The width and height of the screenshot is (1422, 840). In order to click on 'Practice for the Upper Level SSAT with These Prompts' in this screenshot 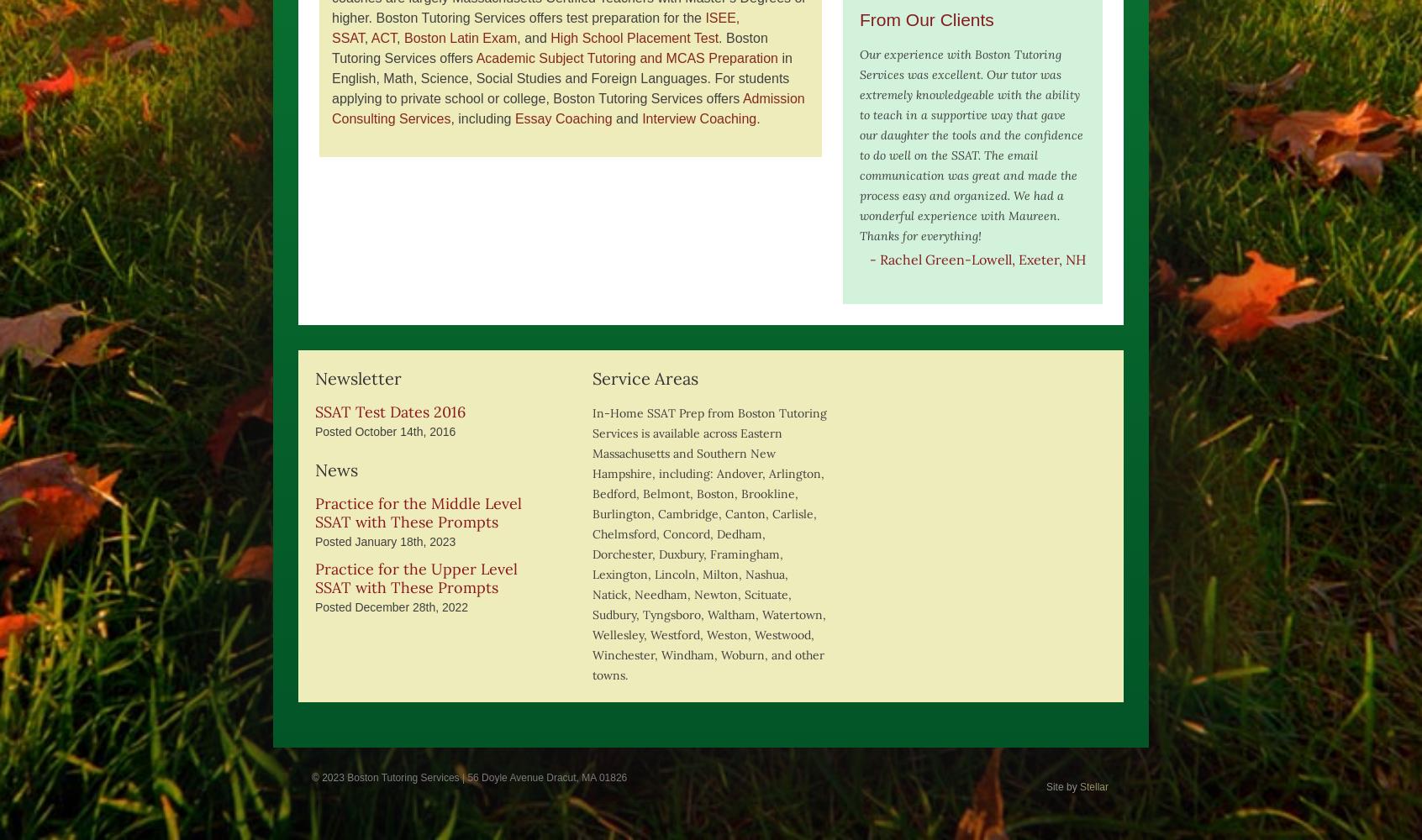, I will do `click(416, 578)`.